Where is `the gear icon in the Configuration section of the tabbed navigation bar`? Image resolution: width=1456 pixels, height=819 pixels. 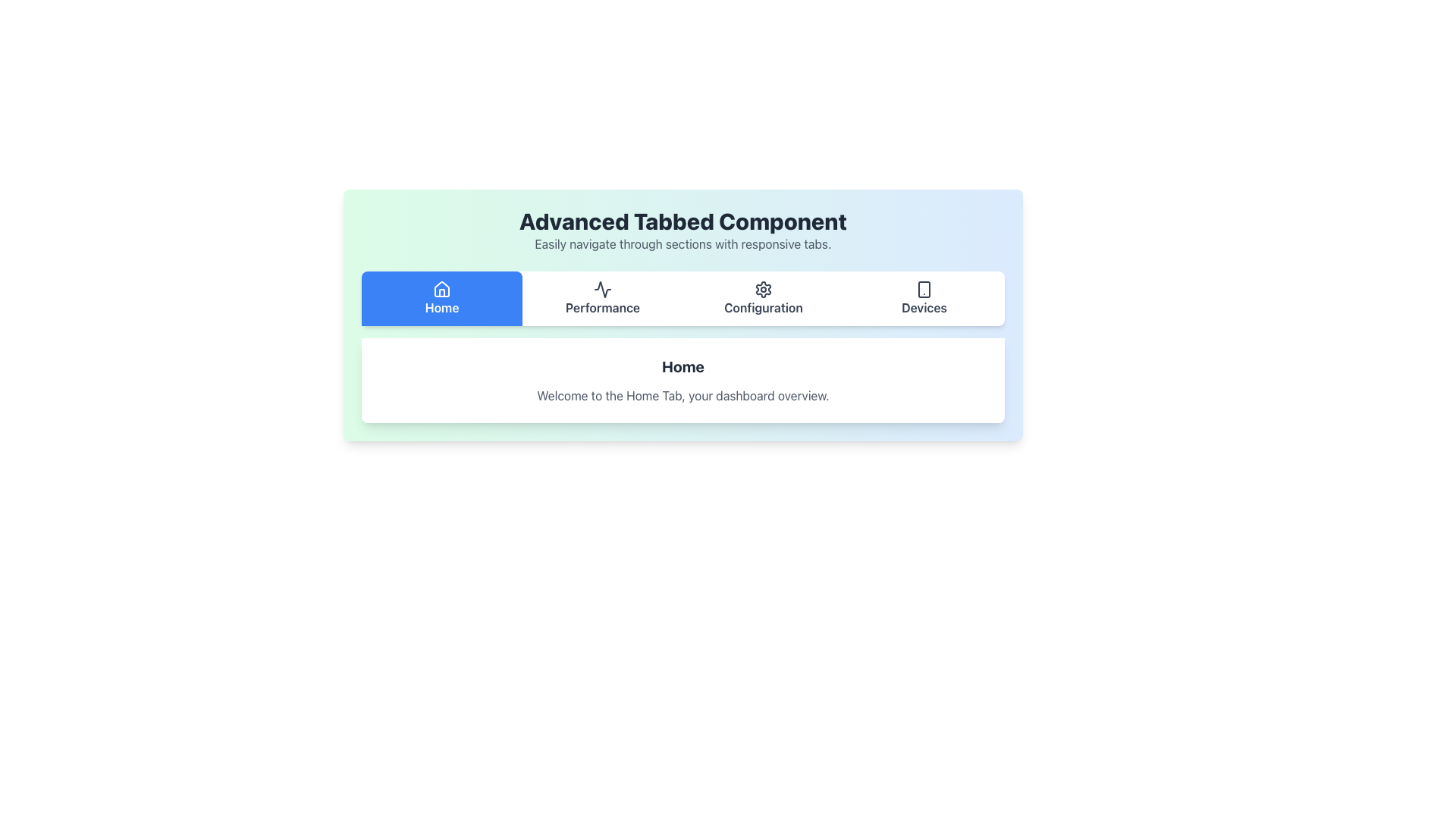 the gear icon in the Configuration section of the tabbed navigation bar is located at coordinates (764, 289).